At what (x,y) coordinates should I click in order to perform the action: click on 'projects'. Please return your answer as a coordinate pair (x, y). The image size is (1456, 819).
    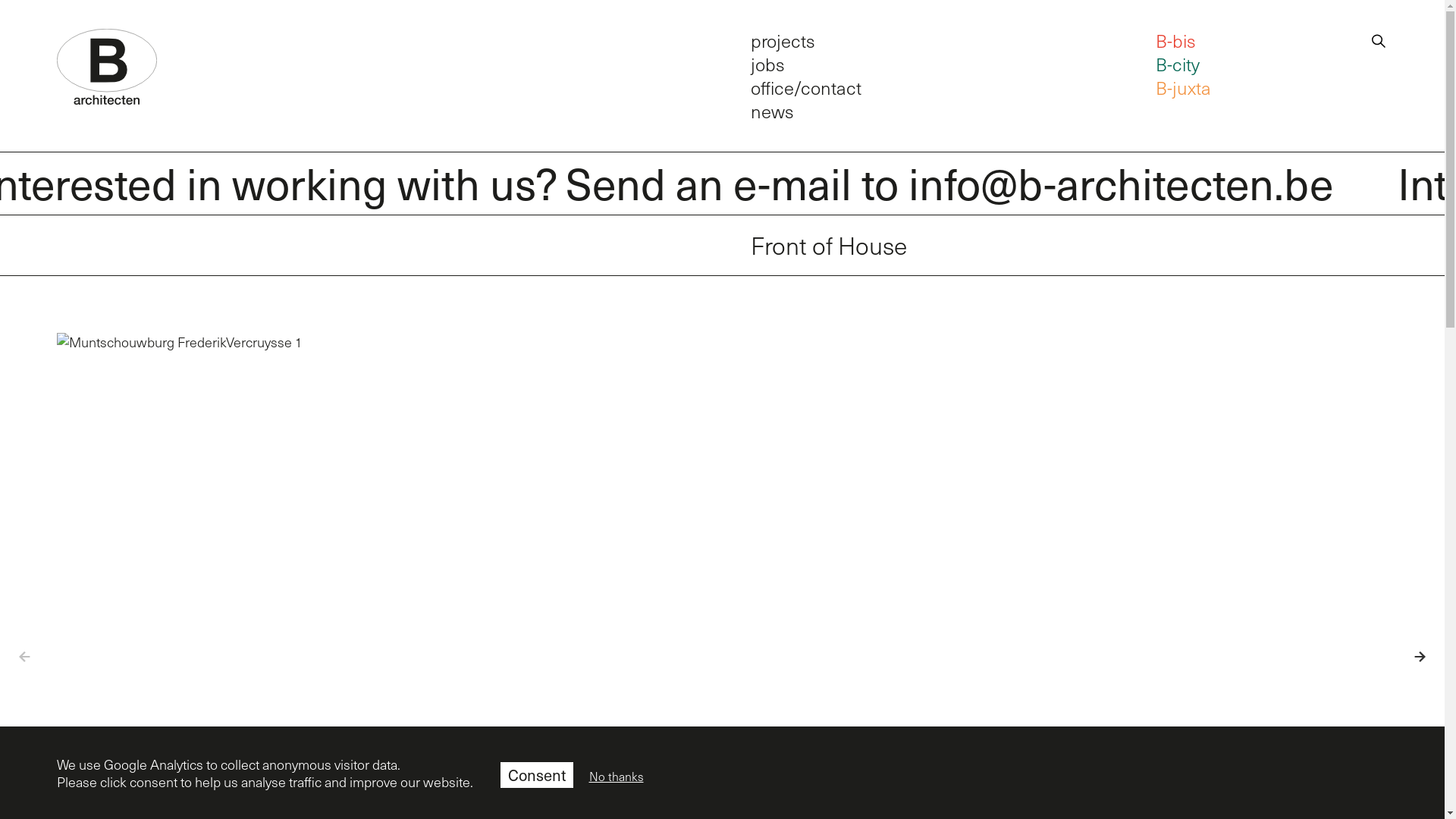
    Looking at the image, I should click on (783, 38).